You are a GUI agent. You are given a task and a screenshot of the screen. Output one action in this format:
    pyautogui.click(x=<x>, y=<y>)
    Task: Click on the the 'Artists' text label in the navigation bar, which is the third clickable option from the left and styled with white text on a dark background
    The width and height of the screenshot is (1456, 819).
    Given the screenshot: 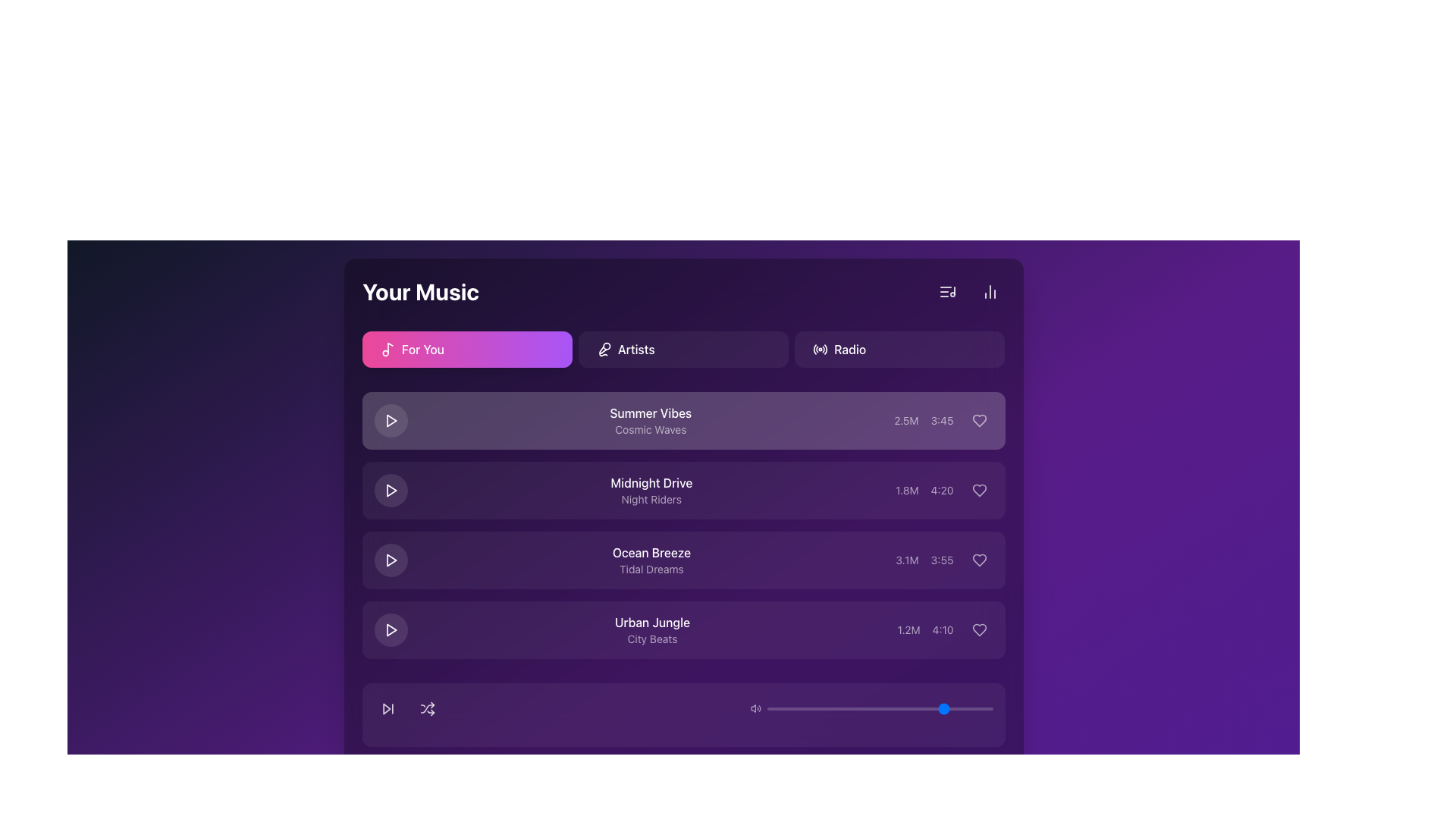 What is the action you would take?
    pyautogui.click(x=636, y=350)
    